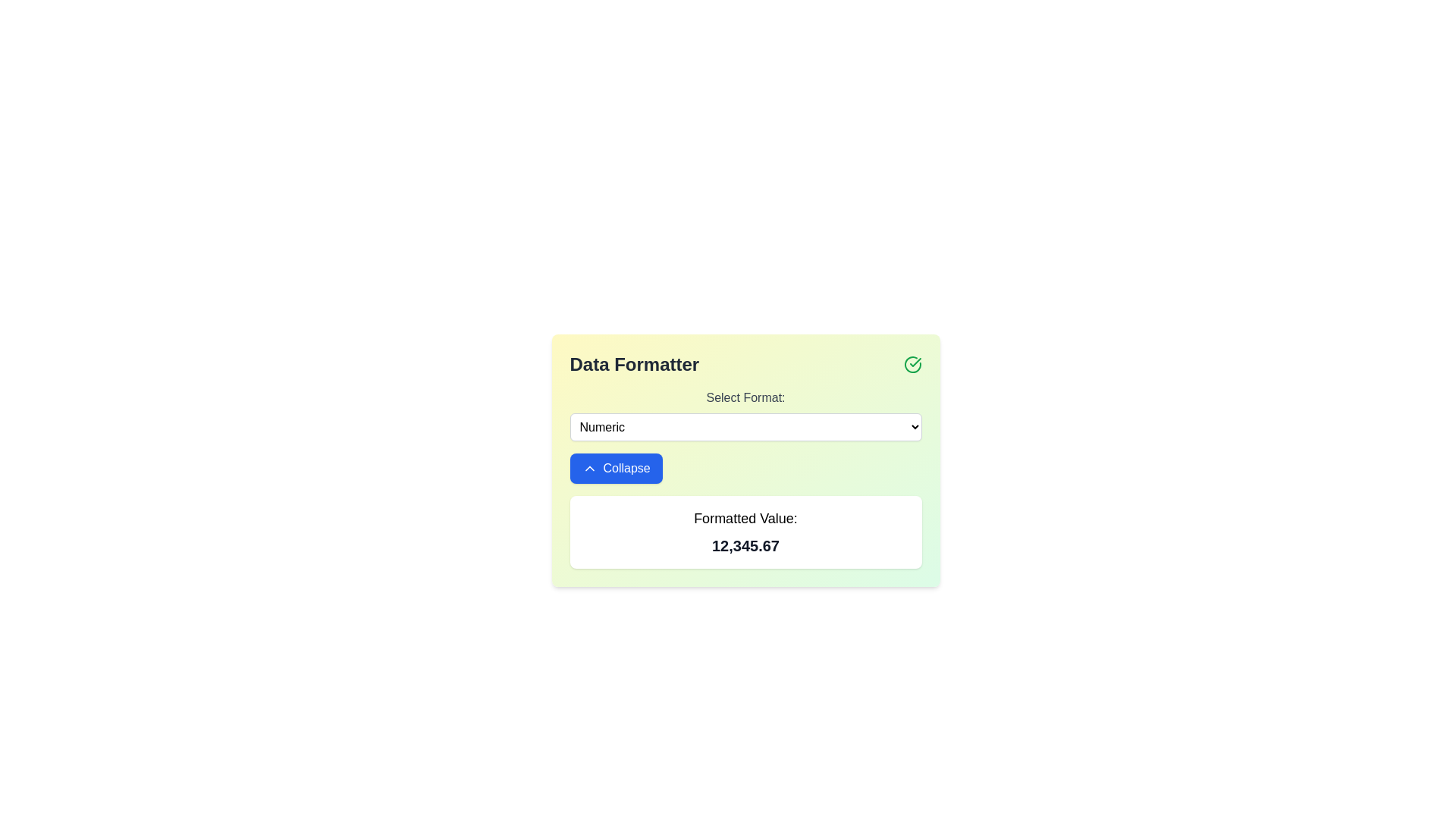 The height and width of the screenshot is (819, 1456). What do you see at coordinates (745, 532) in the screenshot?
I see `displayed number '12,345.67' from the Text display panel located below the 'Collapse' button in the 'Data Formatter' card` at bounding box center [745, 532].